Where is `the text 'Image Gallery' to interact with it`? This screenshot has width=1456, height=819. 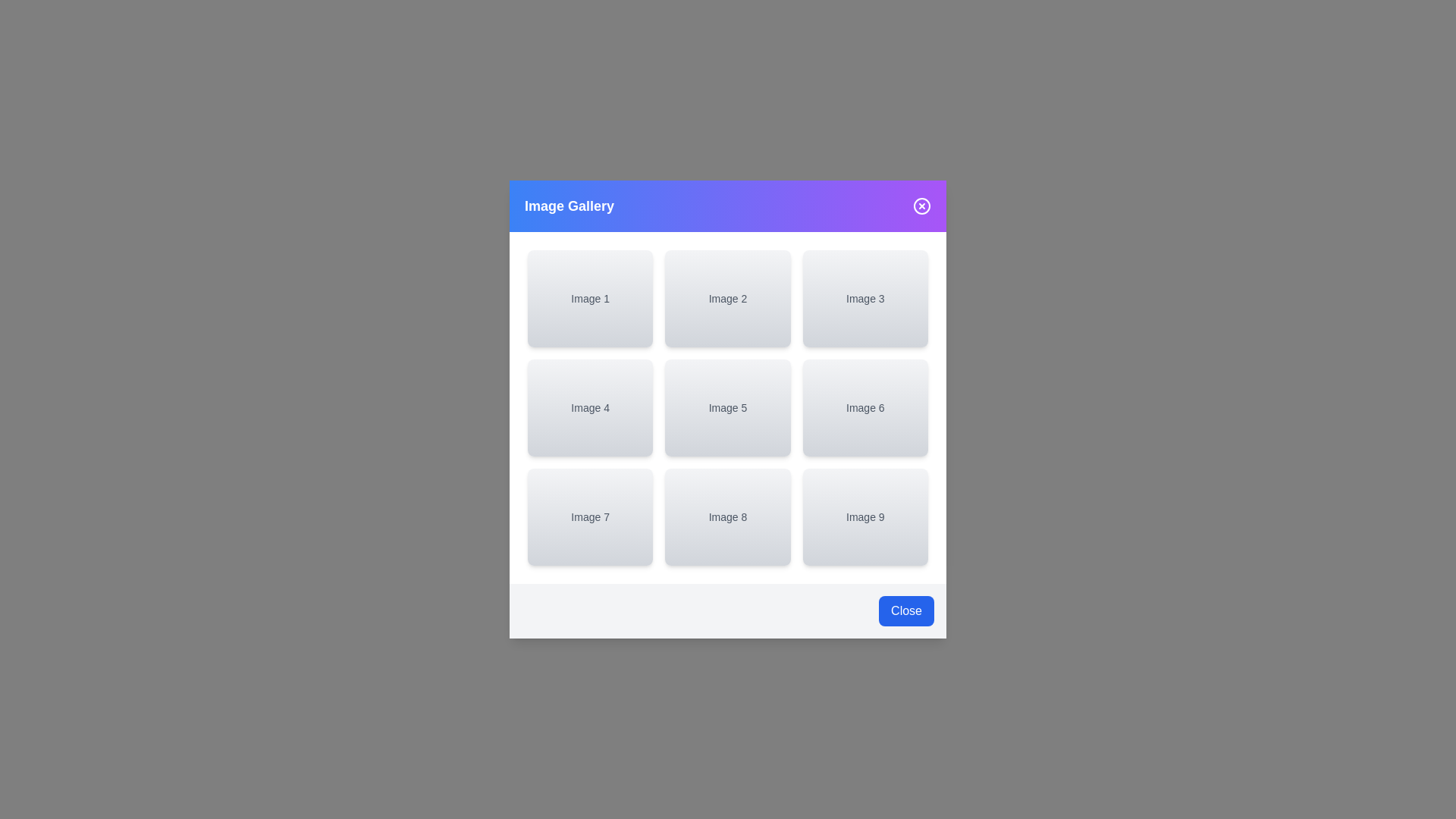
the text 'Image Gallery' to interact with it is located at coordinates (568, 206).